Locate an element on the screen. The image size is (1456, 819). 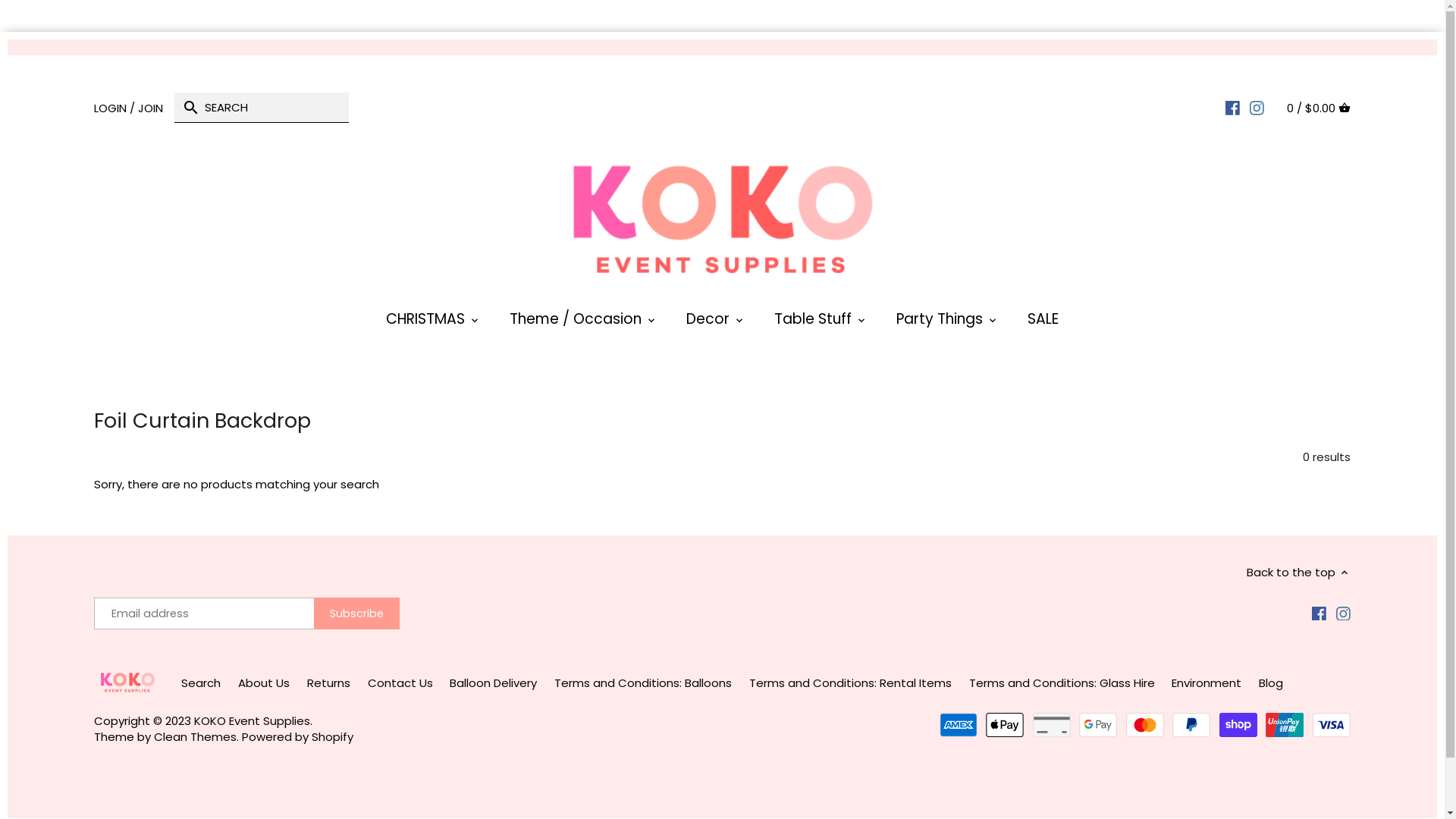
'Search' is located at coordinates (199, 682).